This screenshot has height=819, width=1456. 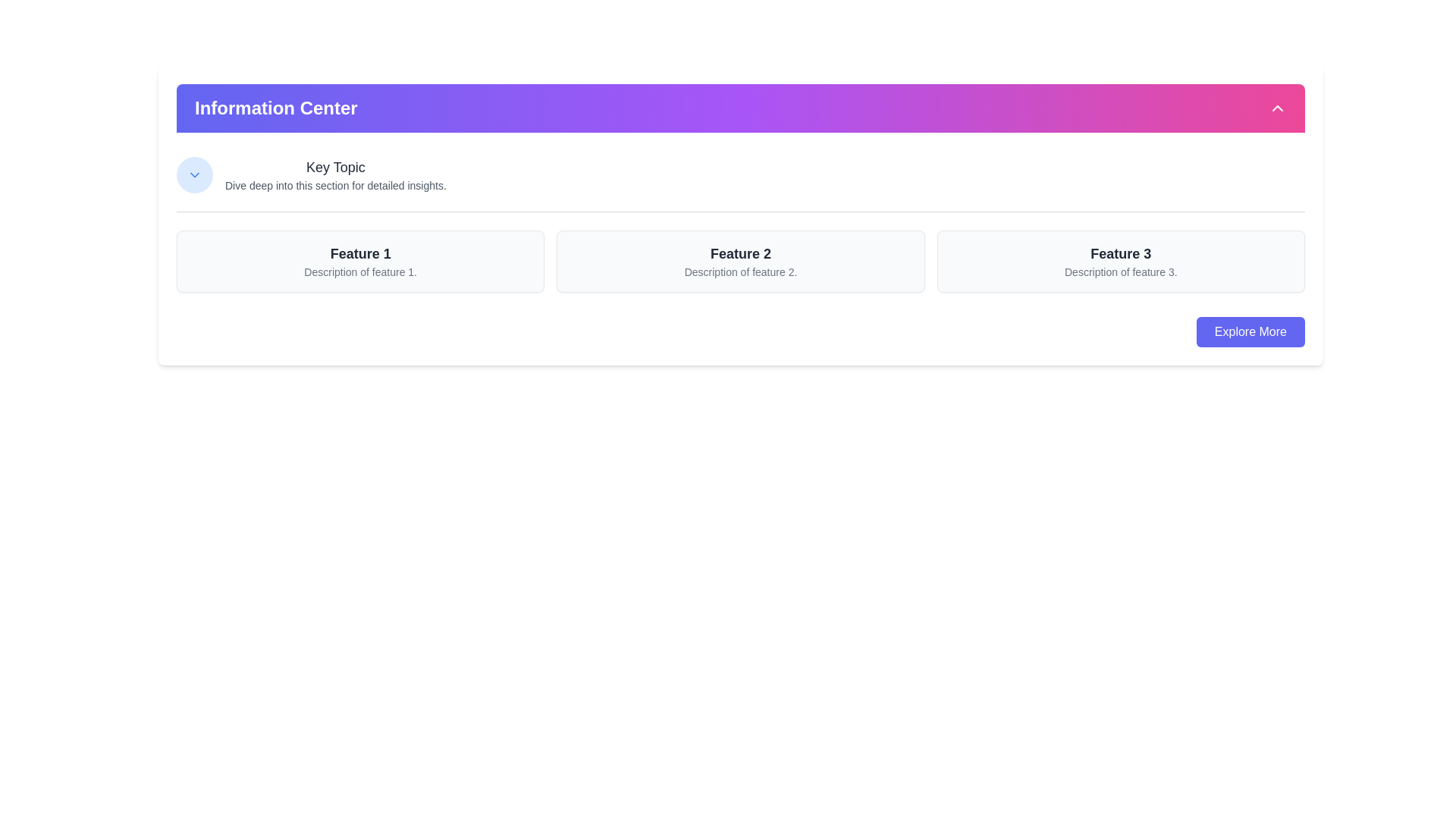 I want to click on the 'Feature 2' text label, which is styled with a bold and larger font size, so click(x=740, y=253).